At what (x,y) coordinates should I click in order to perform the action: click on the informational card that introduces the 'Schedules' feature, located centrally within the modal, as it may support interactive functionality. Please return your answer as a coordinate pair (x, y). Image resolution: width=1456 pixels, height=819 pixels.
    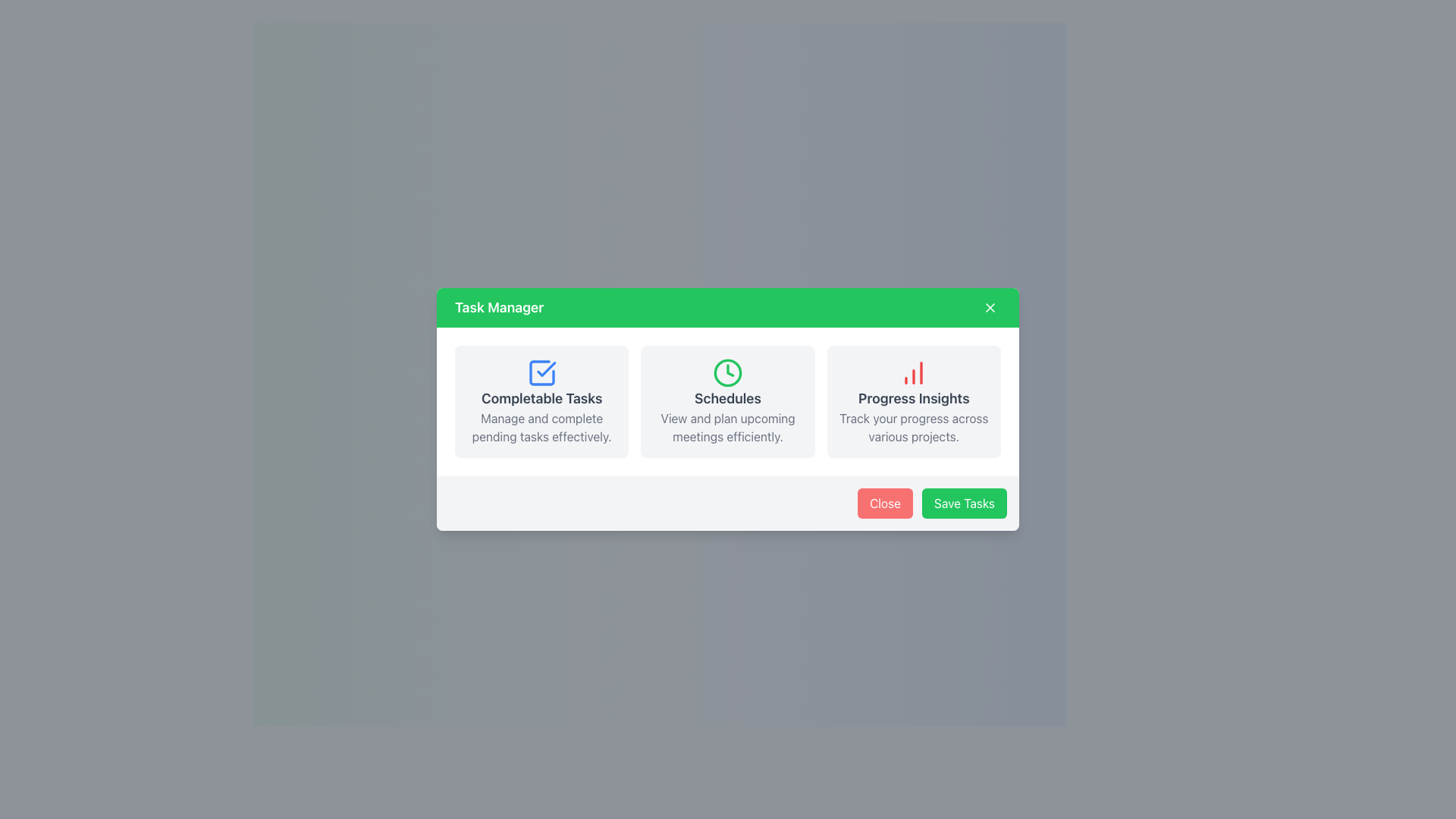
    Looking at the image, I should click on (728, 400).